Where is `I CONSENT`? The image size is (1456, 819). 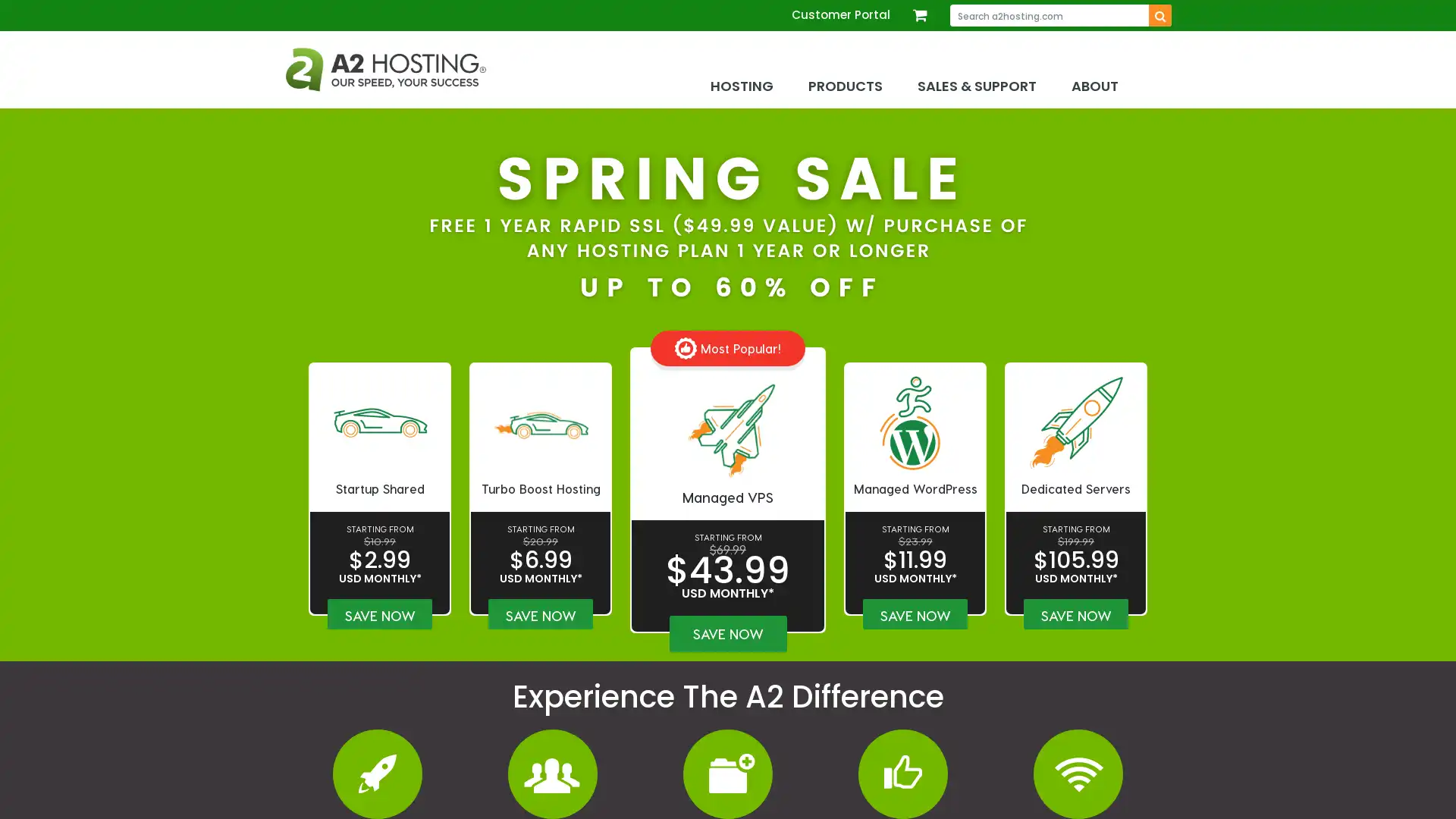 I CONSENT is located at coordinates (1140, 795).